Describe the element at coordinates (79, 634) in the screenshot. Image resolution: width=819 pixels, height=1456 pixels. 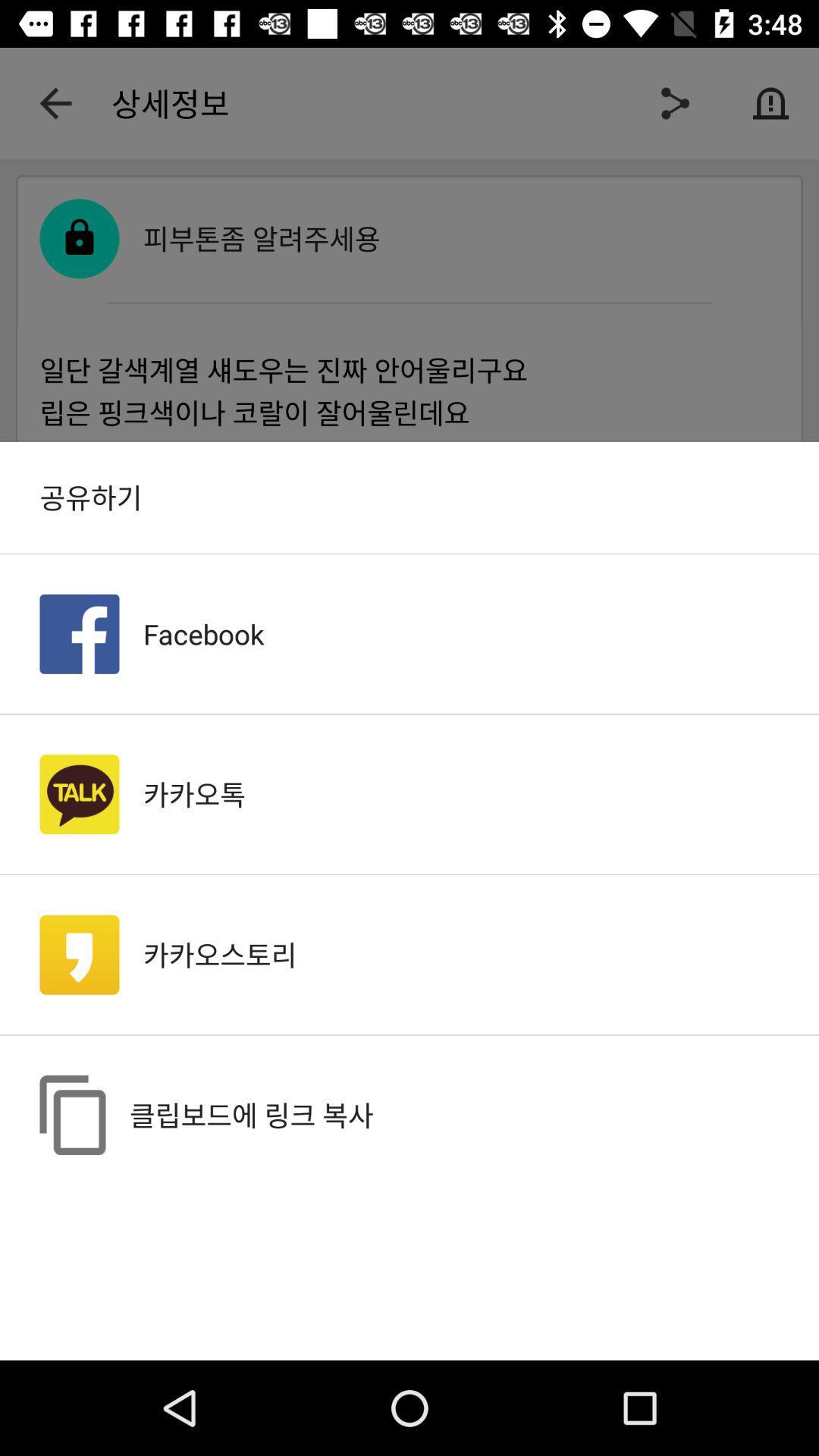
I see `icon next to the facebook icon` at that location.